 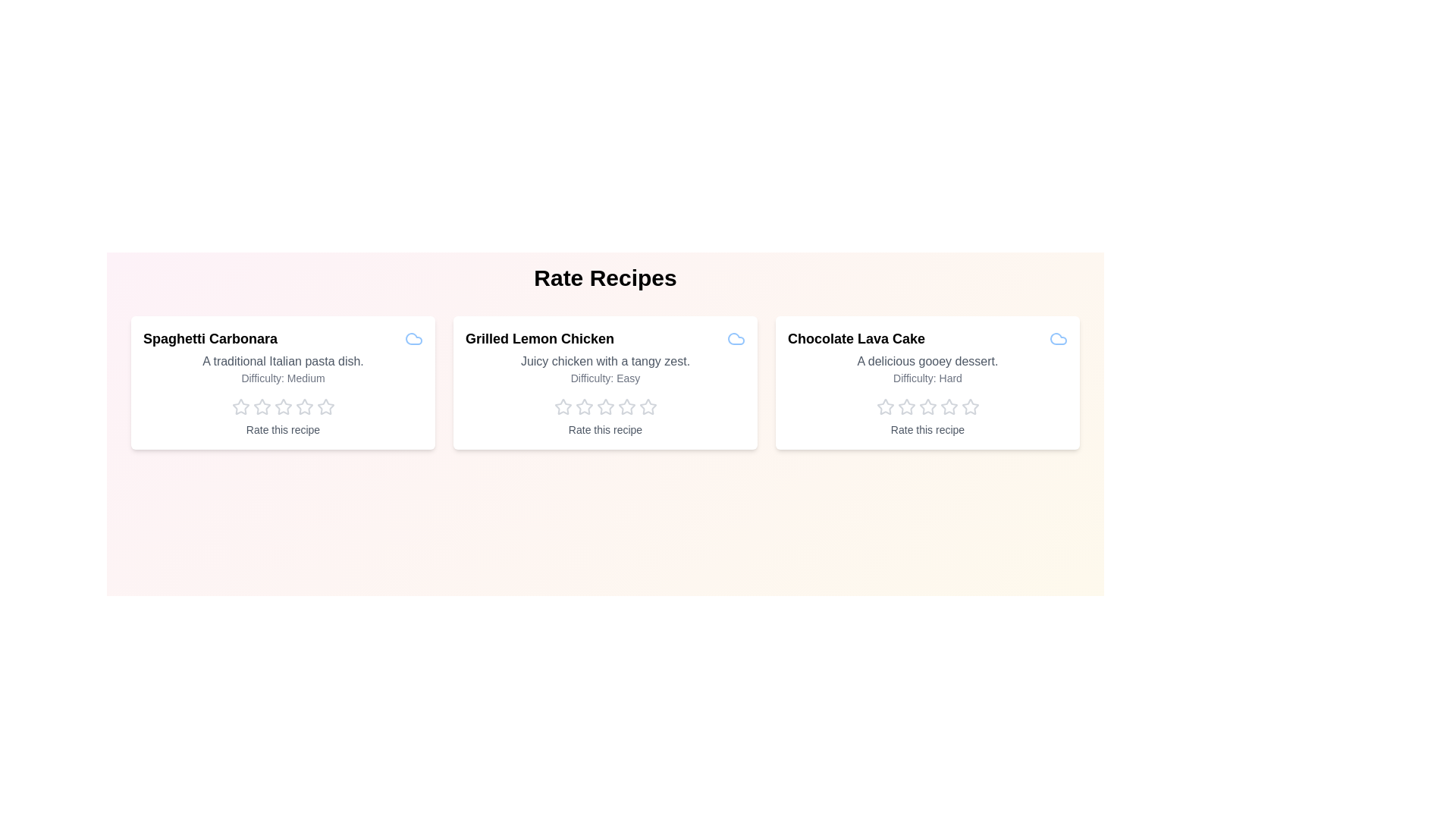 I want to click on the recipe card for Spaghetti Carbonara, so click(x=283, y=382).